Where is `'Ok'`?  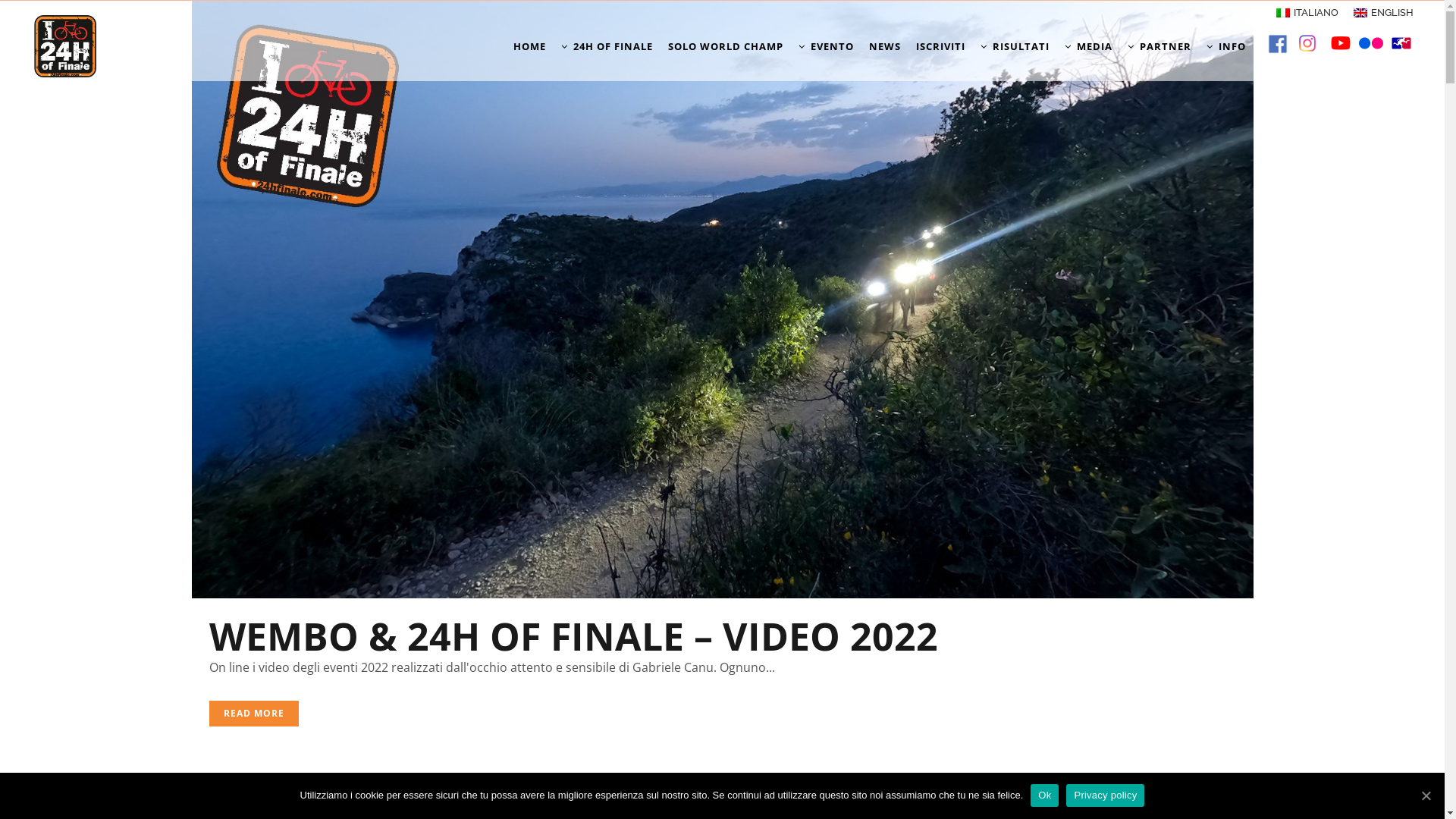 'Ok' is located at coordinates (1030, 795).